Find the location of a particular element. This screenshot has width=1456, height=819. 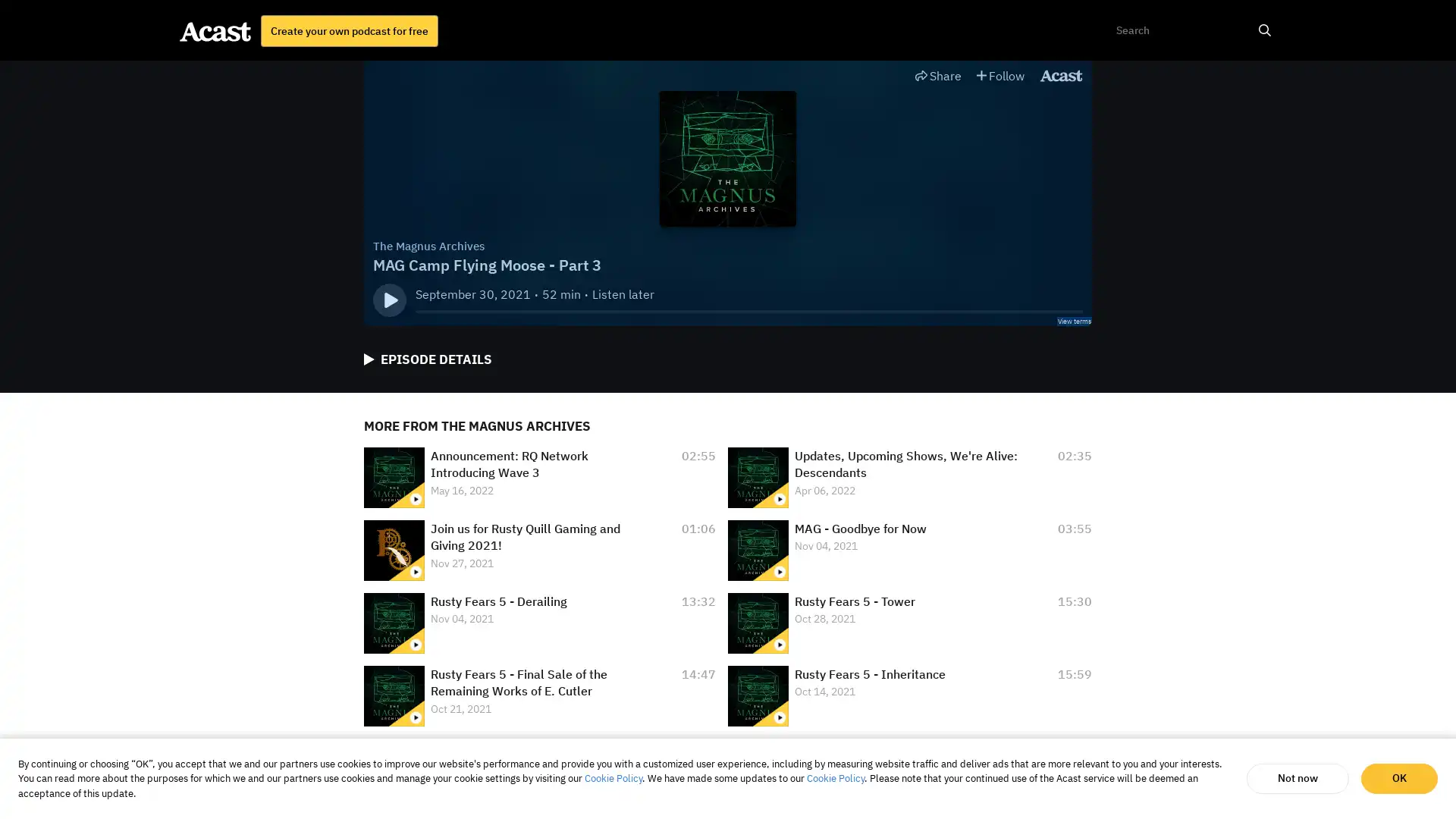

OK is located at coordinates (1398, 778).